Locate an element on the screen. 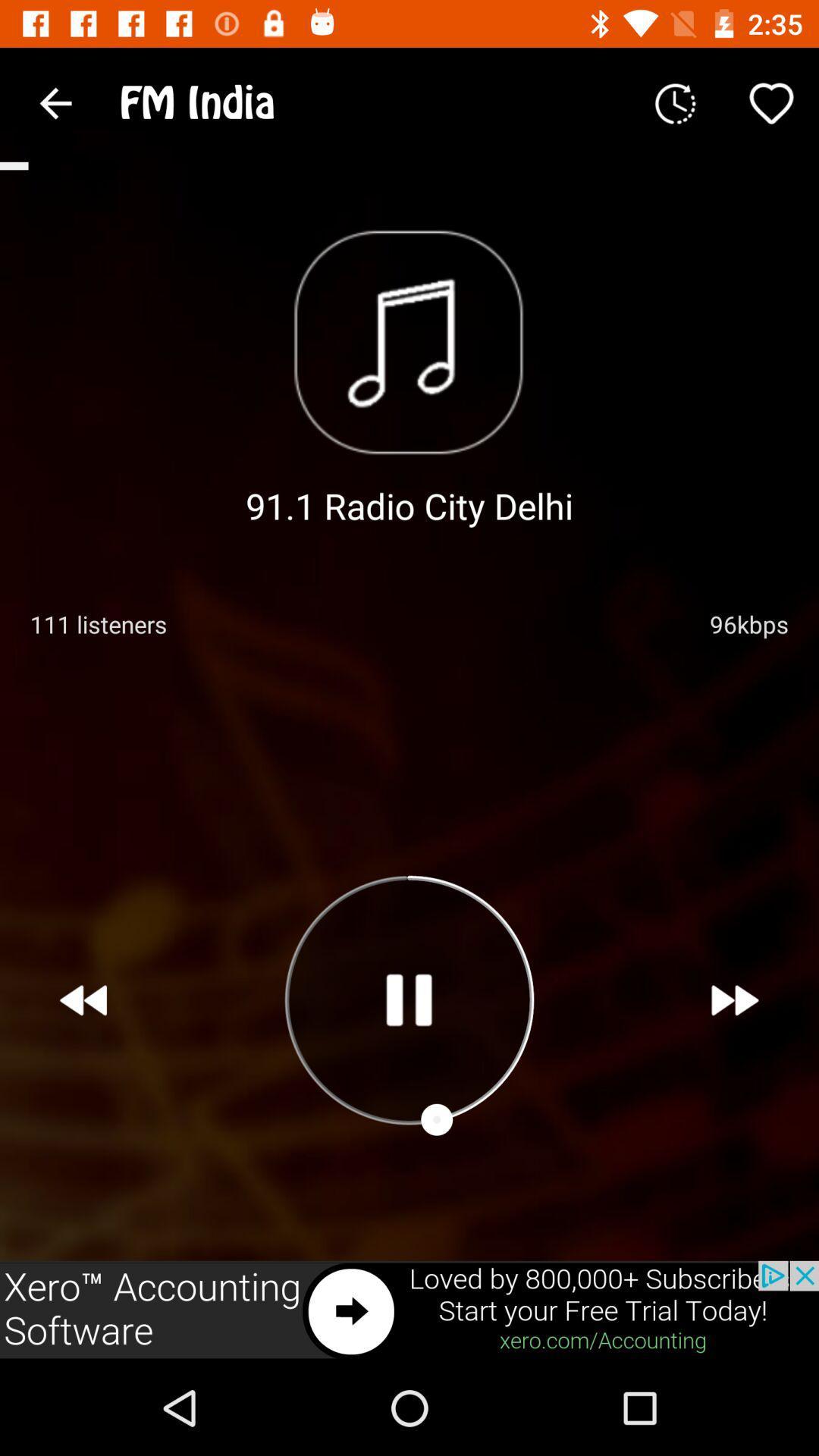 The image size is (819, 1456). the av_forward icon is located at coordinates (734, 1000).